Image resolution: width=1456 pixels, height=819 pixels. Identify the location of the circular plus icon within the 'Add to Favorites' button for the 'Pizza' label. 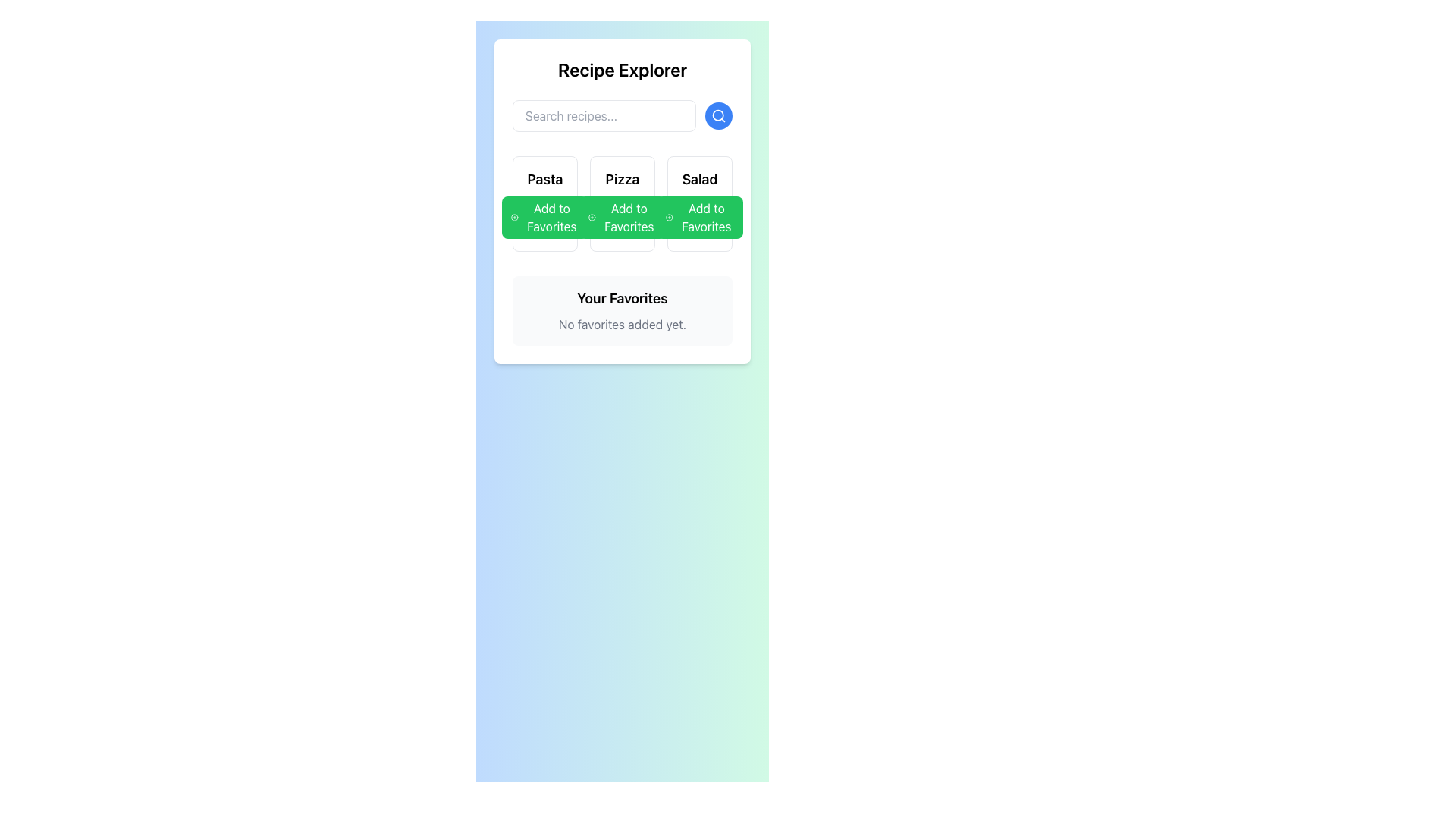
(591, 217).